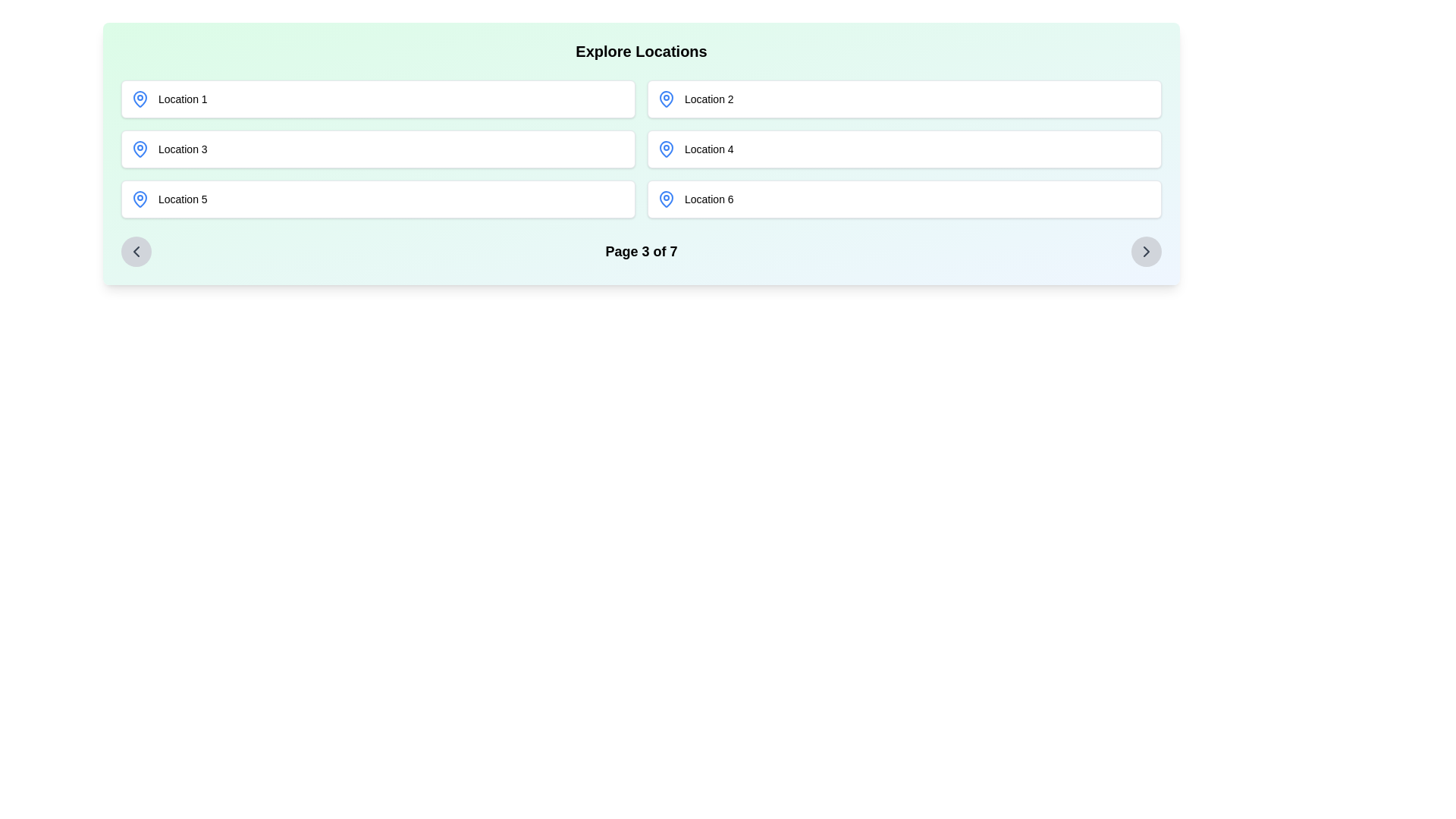 This screenshot has height=819, width=1456. What do you see at coordinates (1147, 250) in the screenshot?
I see `the chevron icon located at the bottom-right corner of the circular button` at bounding box center [1147, 250].